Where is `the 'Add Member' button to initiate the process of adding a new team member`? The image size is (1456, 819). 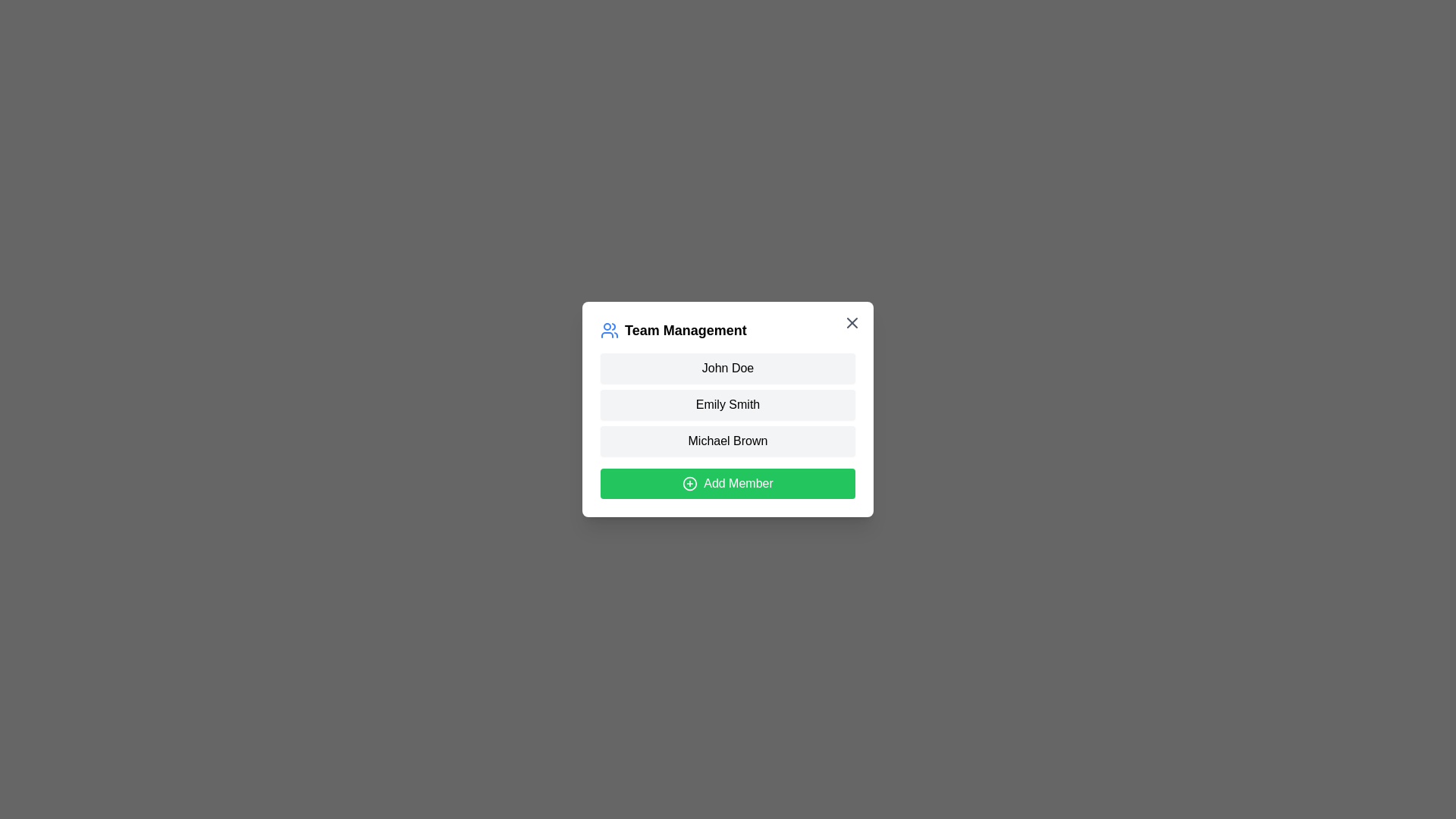 the 'Add Member' button to initiate the process of adding a new team member is located at coordinates (728, 483).